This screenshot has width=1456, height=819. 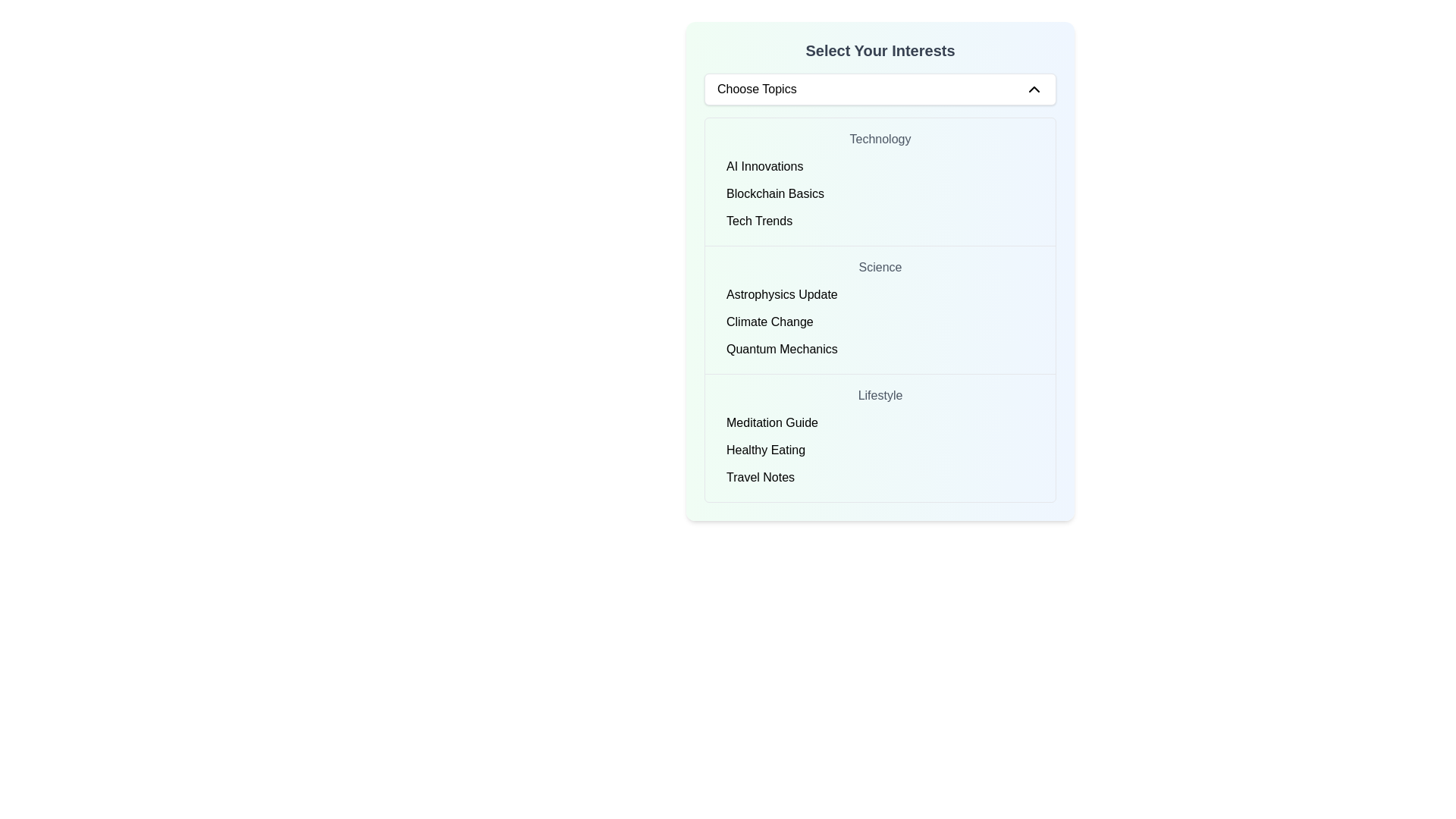 I want to click on the 'Science' category options group, which includes 'Astrophysics Update,' 'Climate Change,' and 'Quantum Mechanics', so click(x=880, y=321).